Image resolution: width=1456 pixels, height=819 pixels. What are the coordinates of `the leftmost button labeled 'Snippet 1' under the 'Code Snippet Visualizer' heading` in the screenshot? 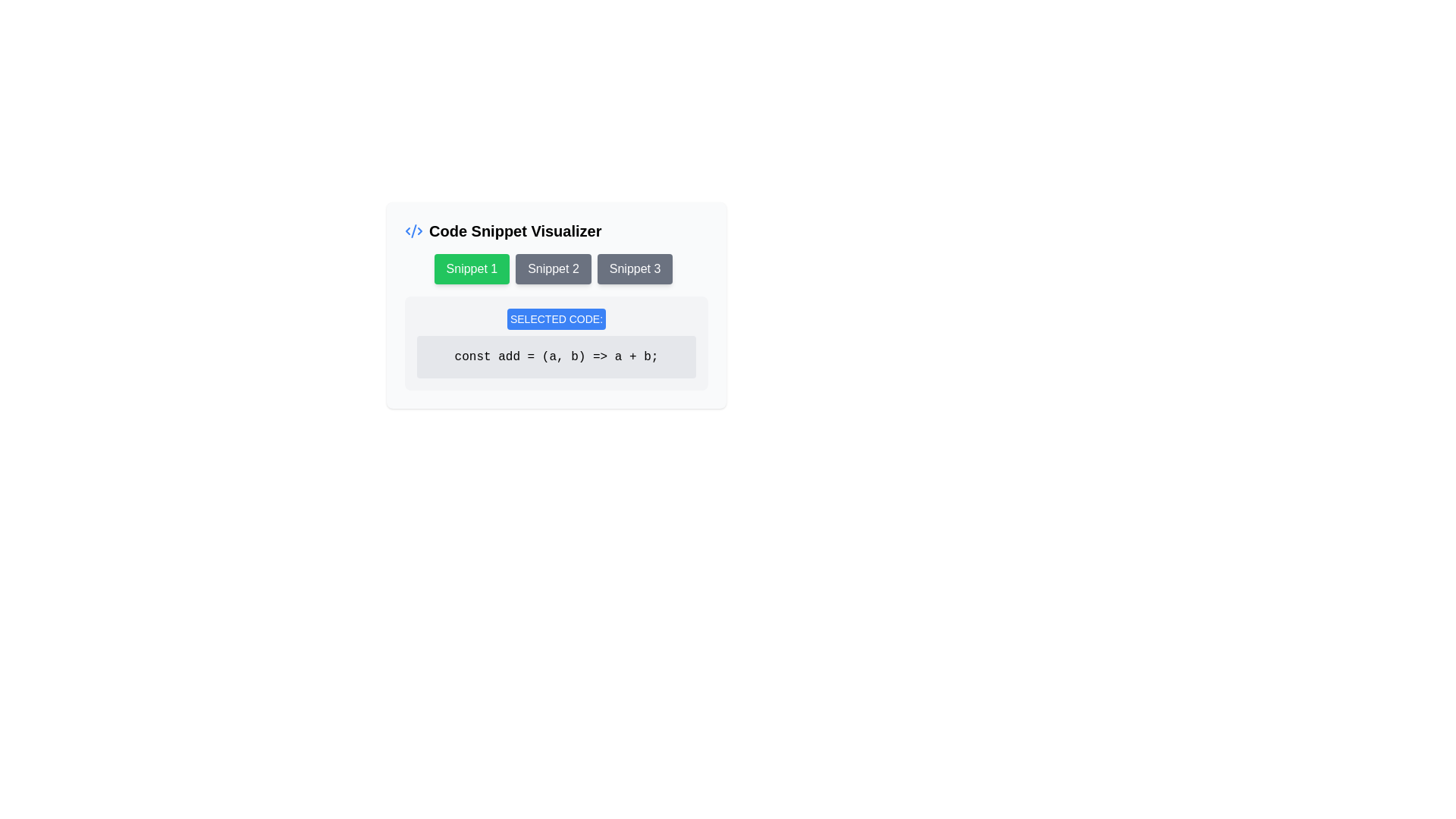 It's located at (471, 268).